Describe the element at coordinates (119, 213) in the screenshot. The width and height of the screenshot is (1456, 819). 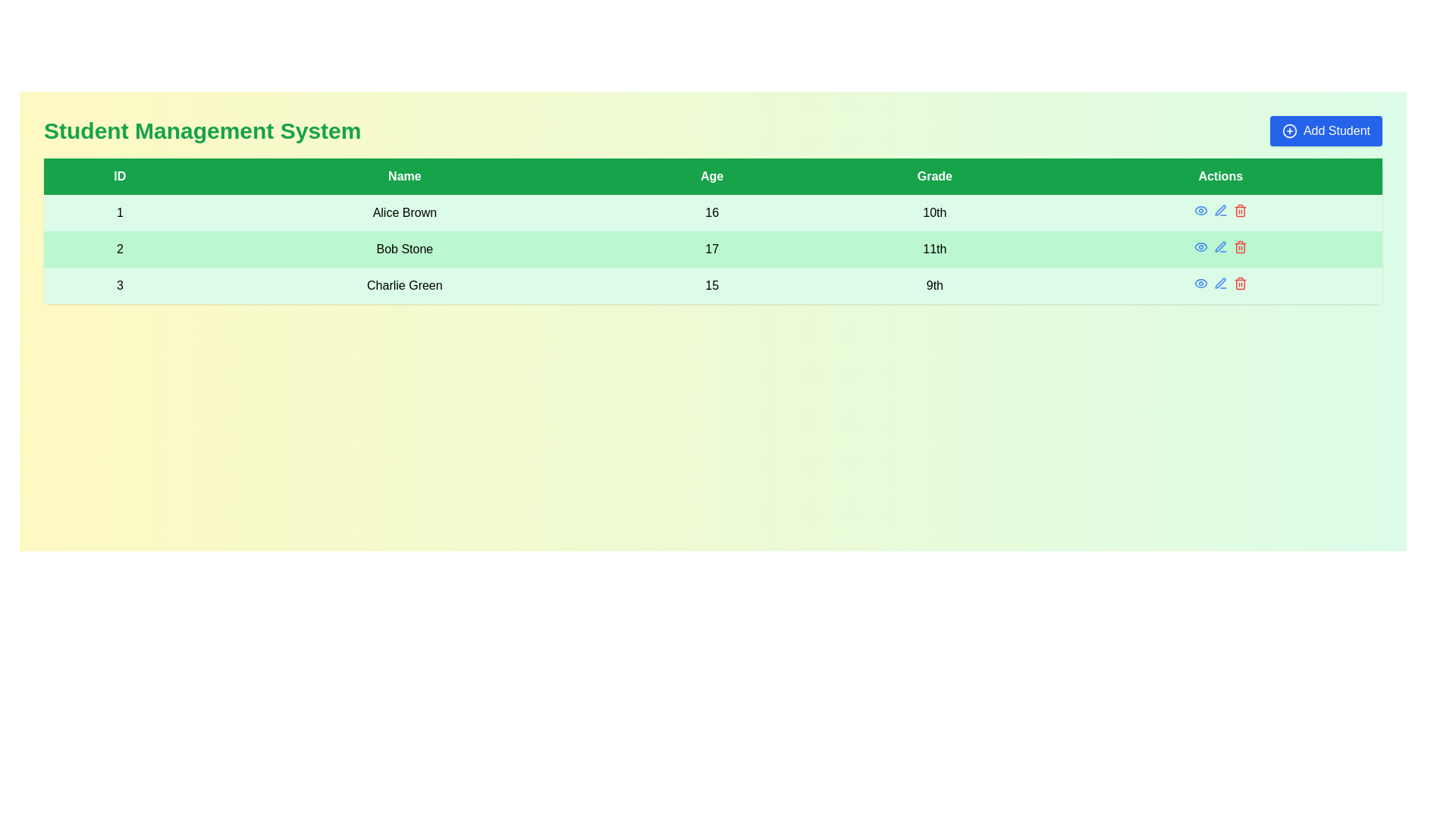
I see `the bold black number '1' in the first row, first column of the table under the 'ID' header` at that location.